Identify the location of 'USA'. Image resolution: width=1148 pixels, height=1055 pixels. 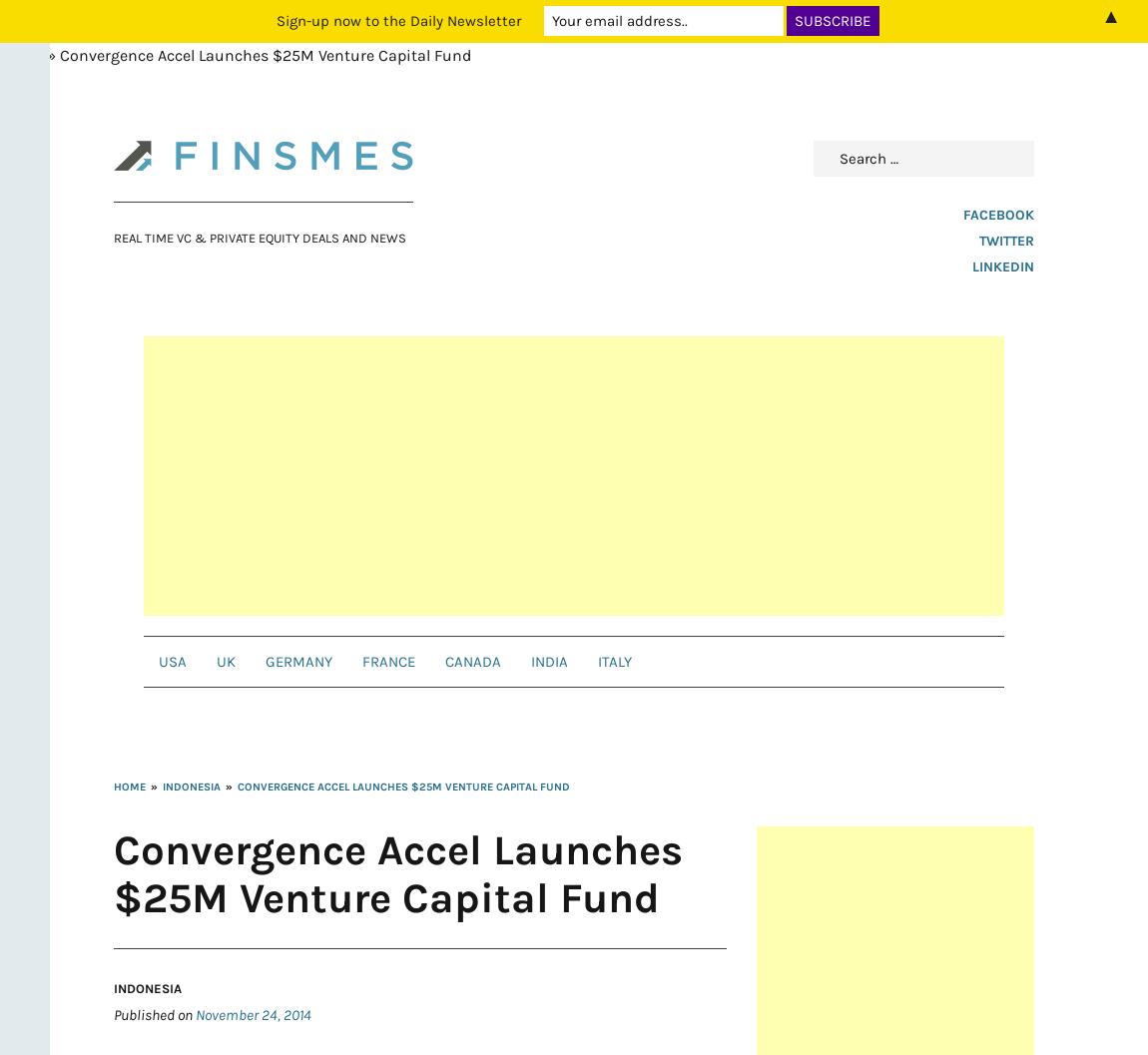
(171, 661).